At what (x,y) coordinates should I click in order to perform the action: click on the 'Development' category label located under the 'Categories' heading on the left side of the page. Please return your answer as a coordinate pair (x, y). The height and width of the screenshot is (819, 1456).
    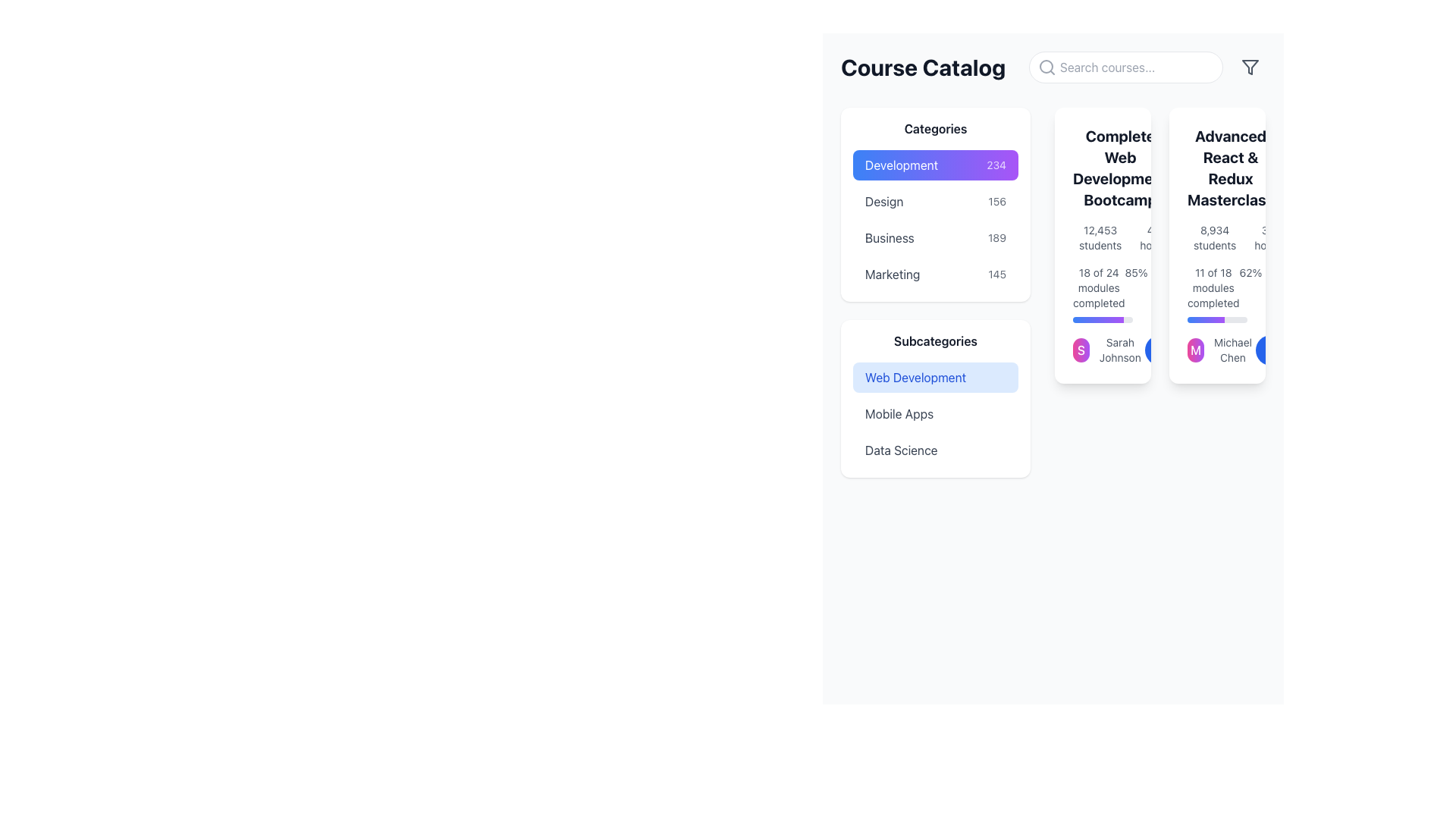
    Looking at the image, I should click on (902, 165).